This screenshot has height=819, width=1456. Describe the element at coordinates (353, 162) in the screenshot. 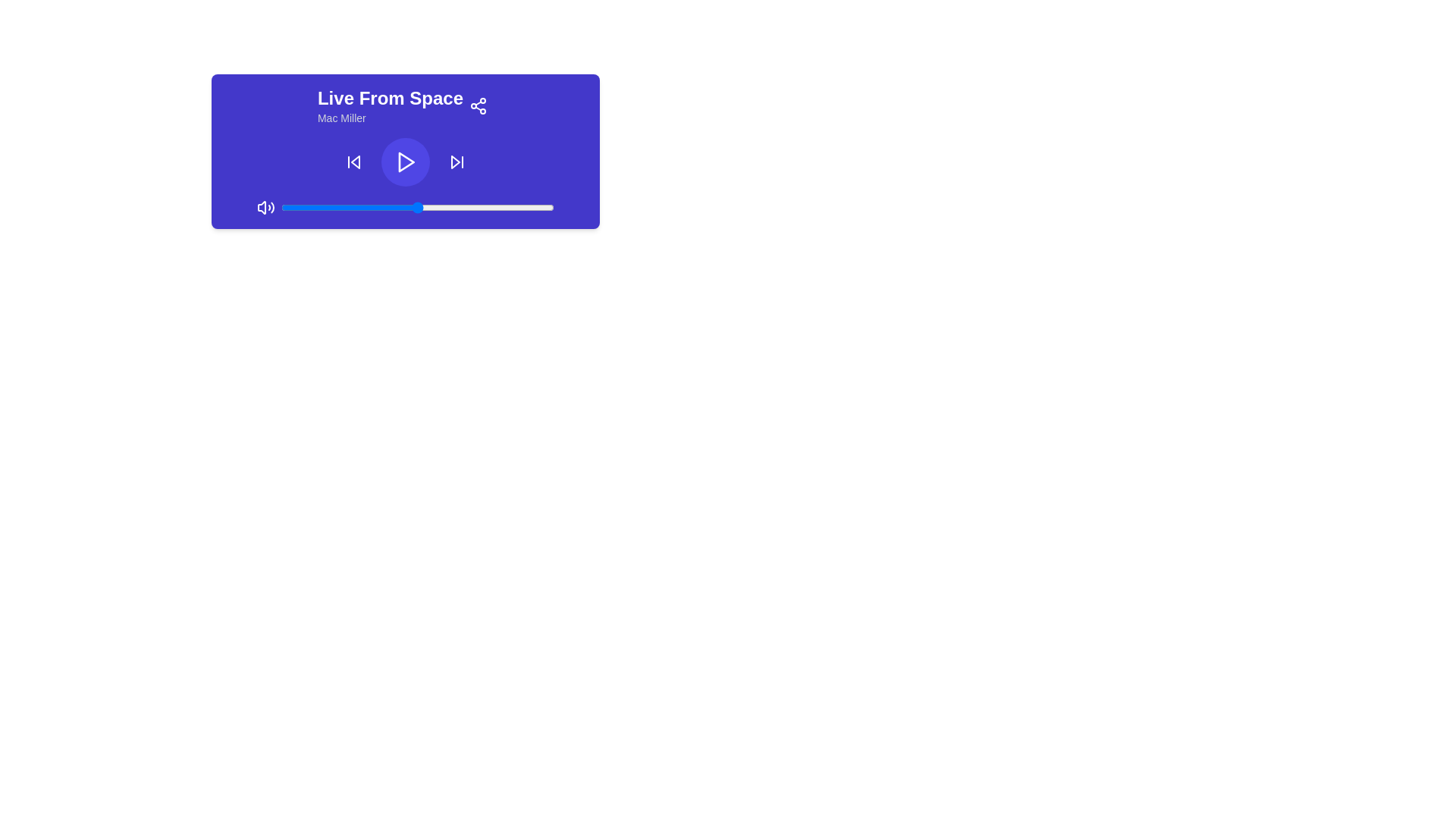

I see `the 'previous track' icon button, which is a small white triangular button with a vertical line on its left side, located on the leftmost side of the player control buttons` at that location.